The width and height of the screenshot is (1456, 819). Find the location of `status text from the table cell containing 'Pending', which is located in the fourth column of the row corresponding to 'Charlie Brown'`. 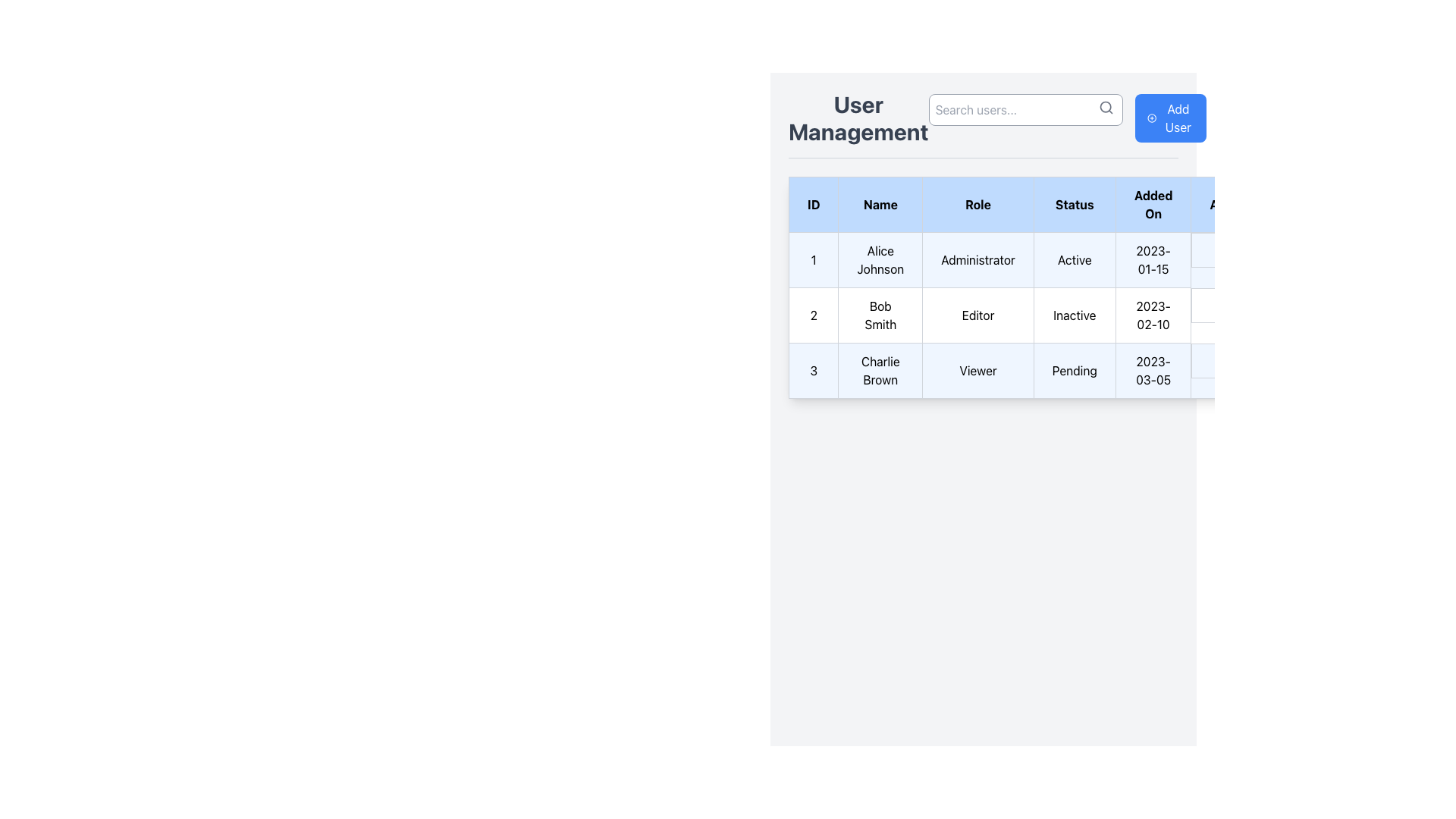

status text from the table cell containing 'Pending', which is located in the fourth column of the row corresponding to 'Charlie Brown' is located at coordinates (1074, 371).